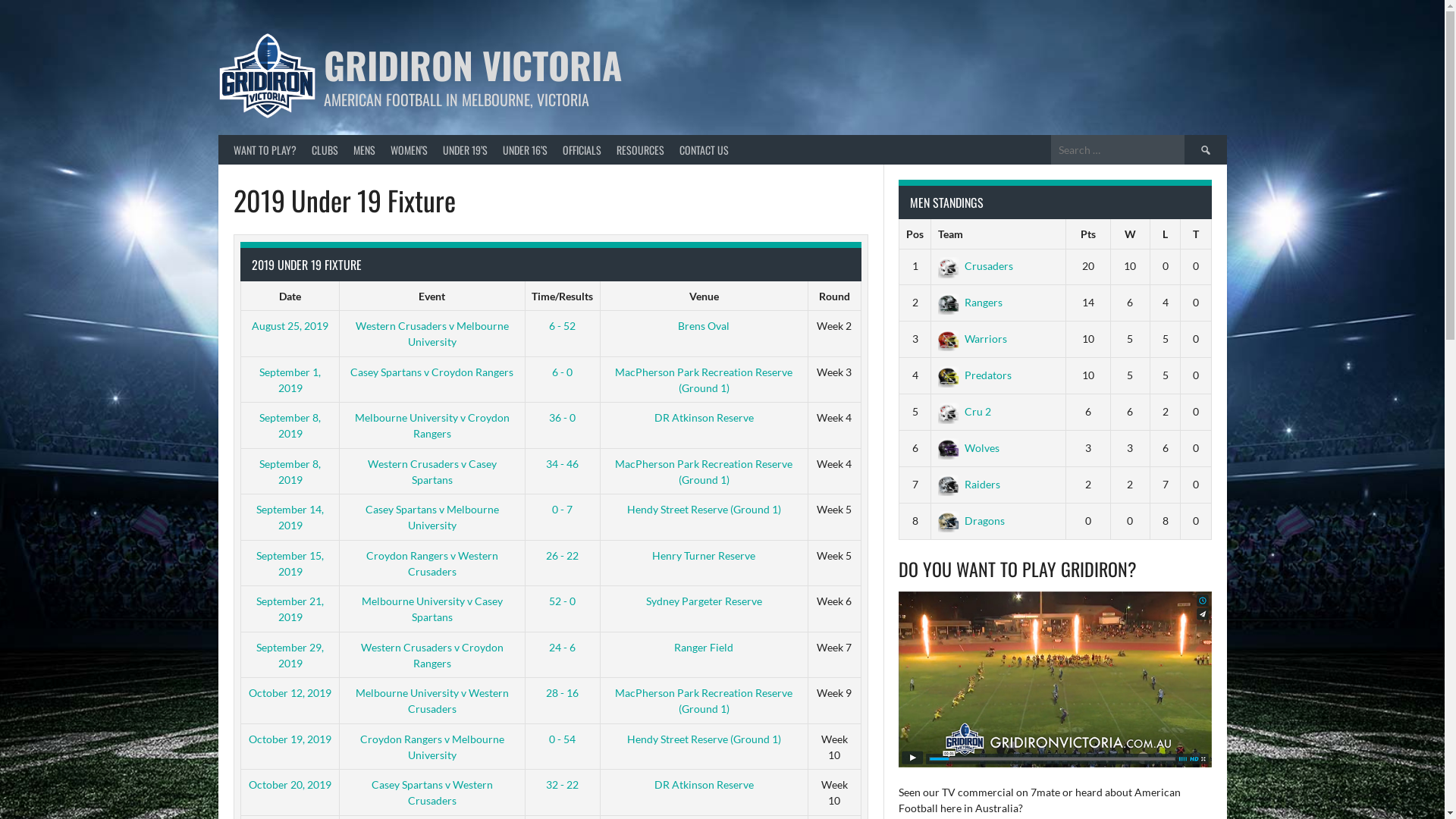 This screenshot has width=1456, height=819. I want to click on 'OFFICIALS', so click(581, 149).